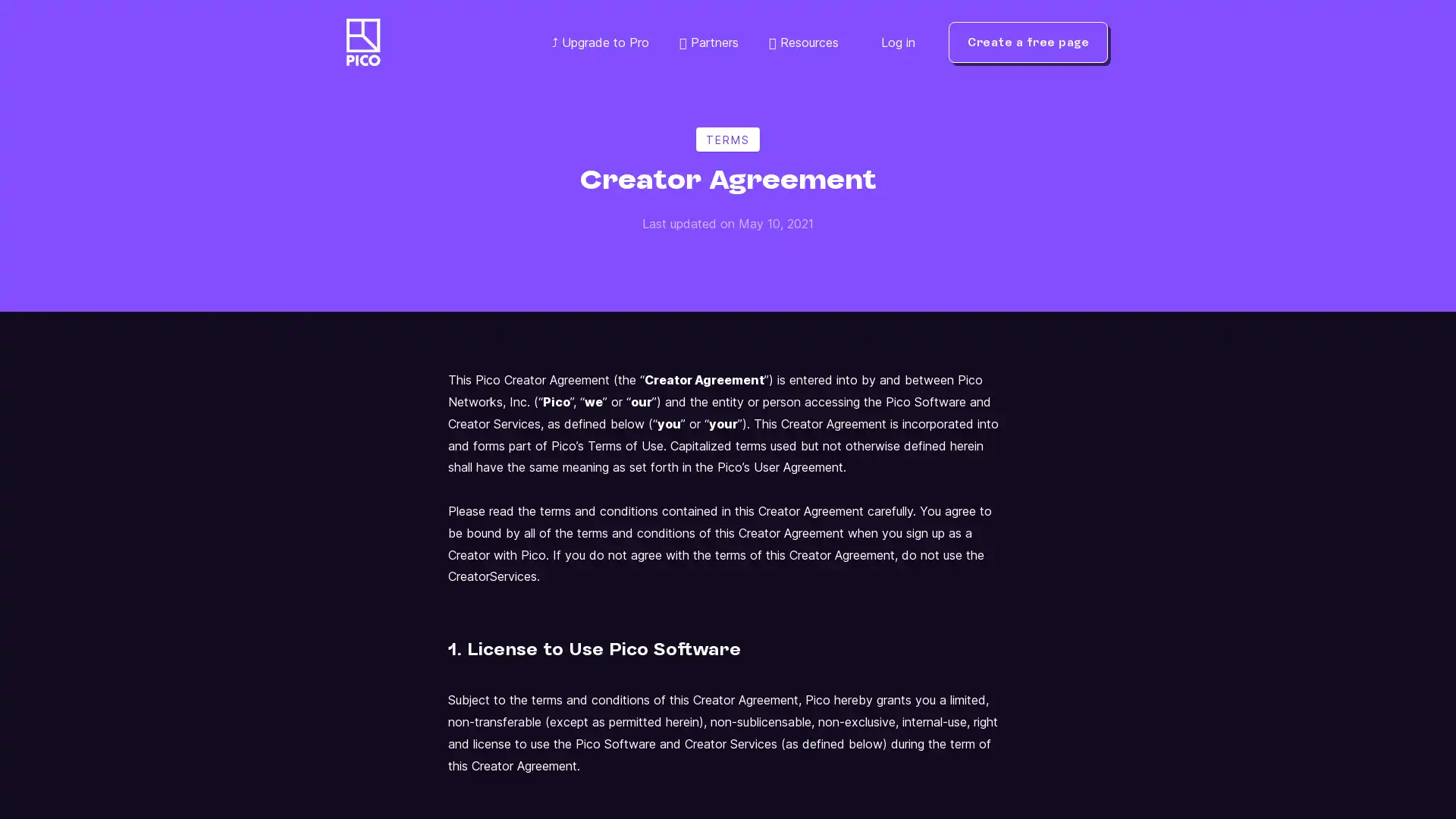  I want to click on Decline, so click(1153, 748).